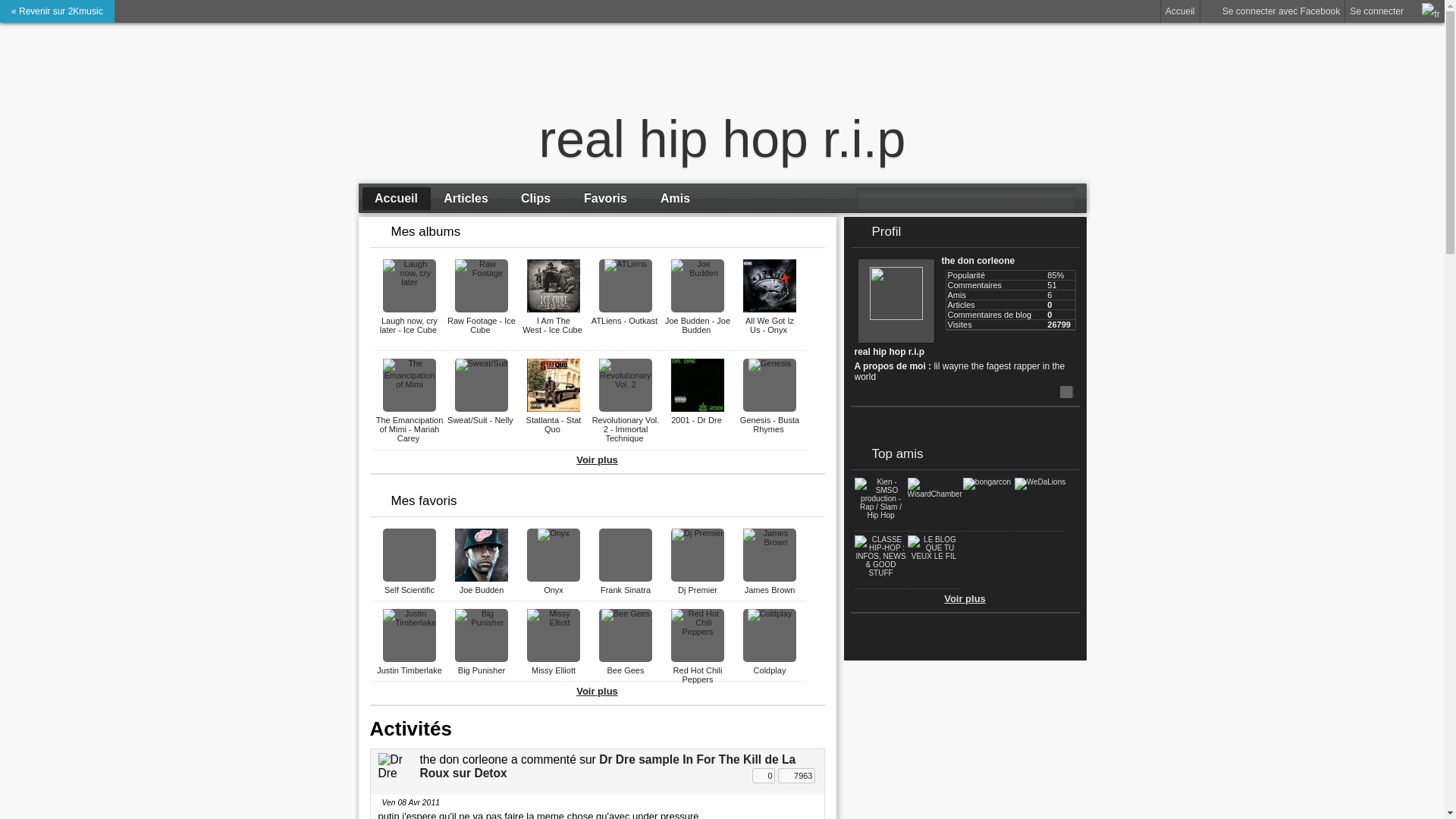 Image resolution: width=1456 pixels, height=819 pixels. I want to click on 'Clips', so click(502, 198).